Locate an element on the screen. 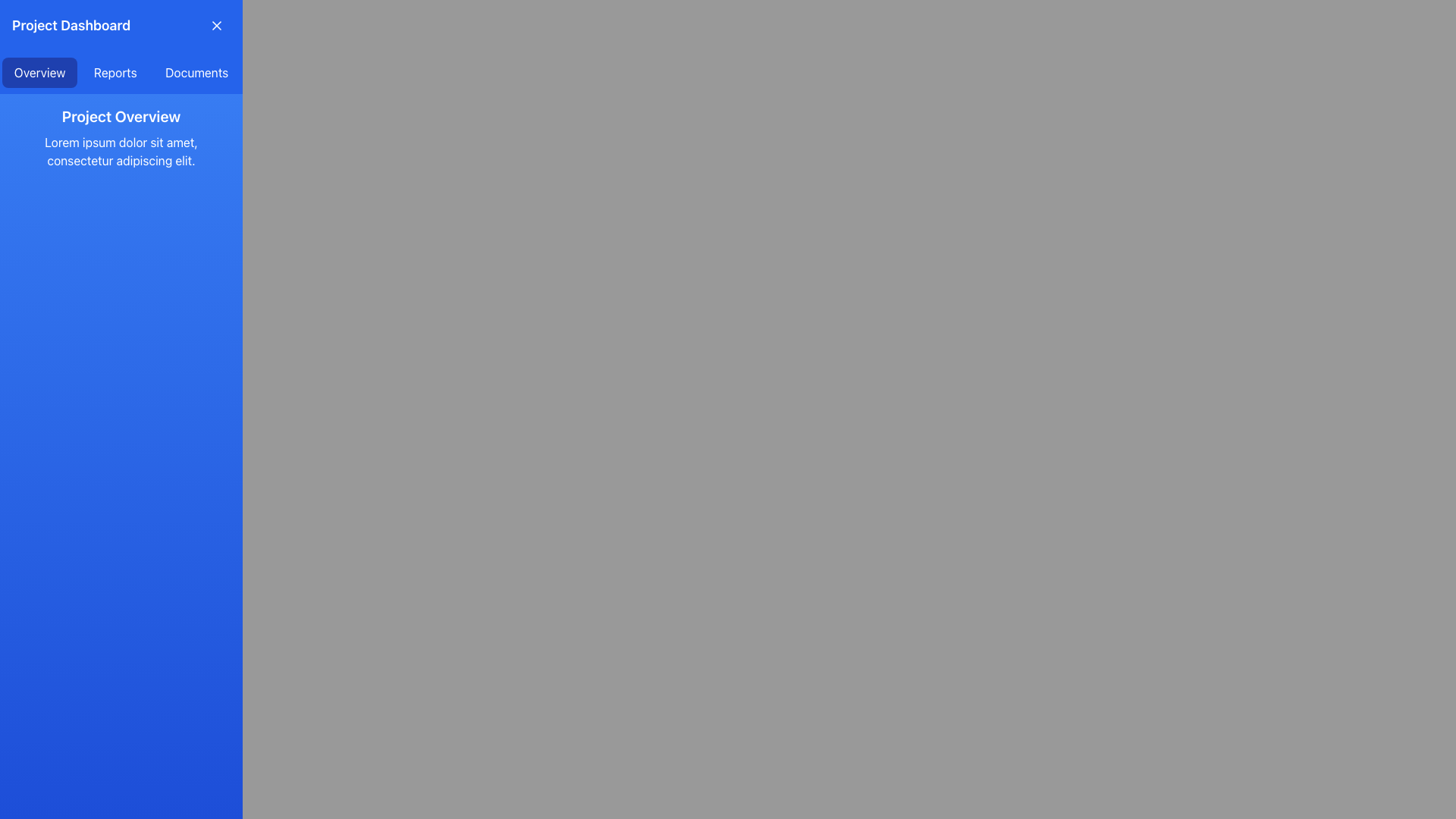  the close button represented by a small 'X' icon in the upper-right corner of the blue sidebar panel is located at coordinates (216, 26).